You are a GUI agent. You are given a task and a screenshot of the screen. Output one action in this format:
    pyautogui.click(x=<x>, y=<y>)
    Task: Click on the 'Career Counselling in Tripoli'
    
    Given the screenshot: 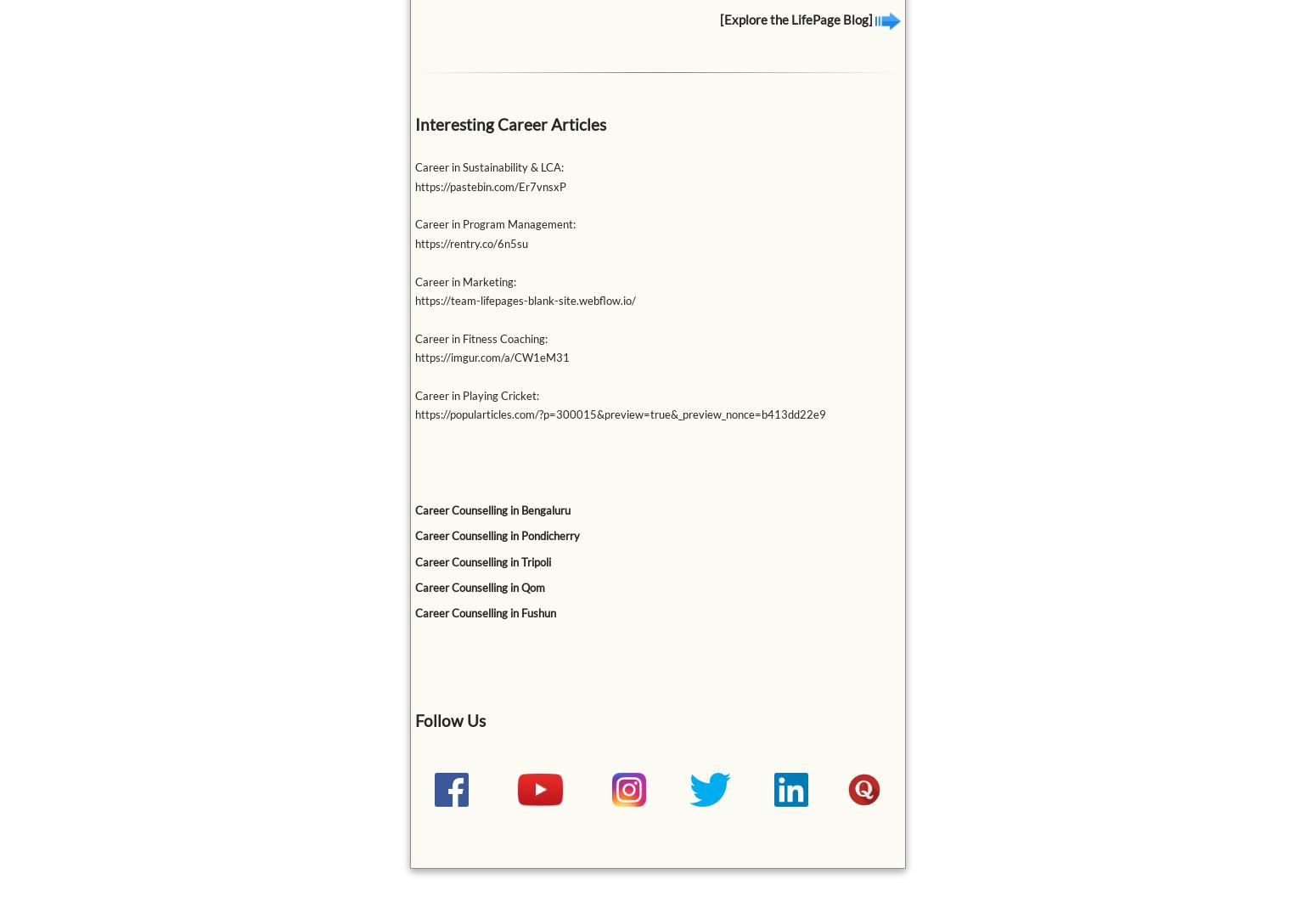 What is the action you would take?
    pyautogui.click(x=482, y=560)
    